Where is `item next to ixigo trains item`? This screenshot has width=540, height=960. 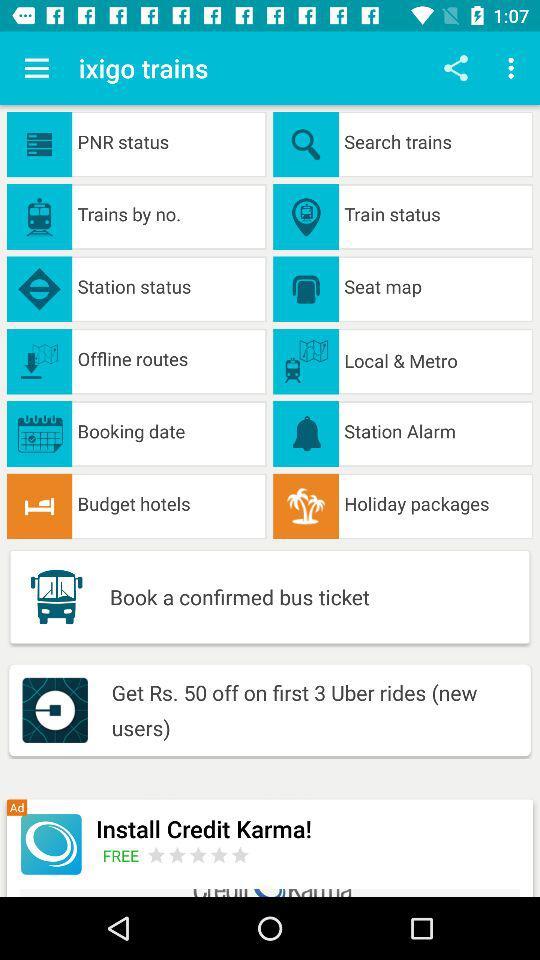 item next to ixigo trains item is located at coordinates (36, 68).